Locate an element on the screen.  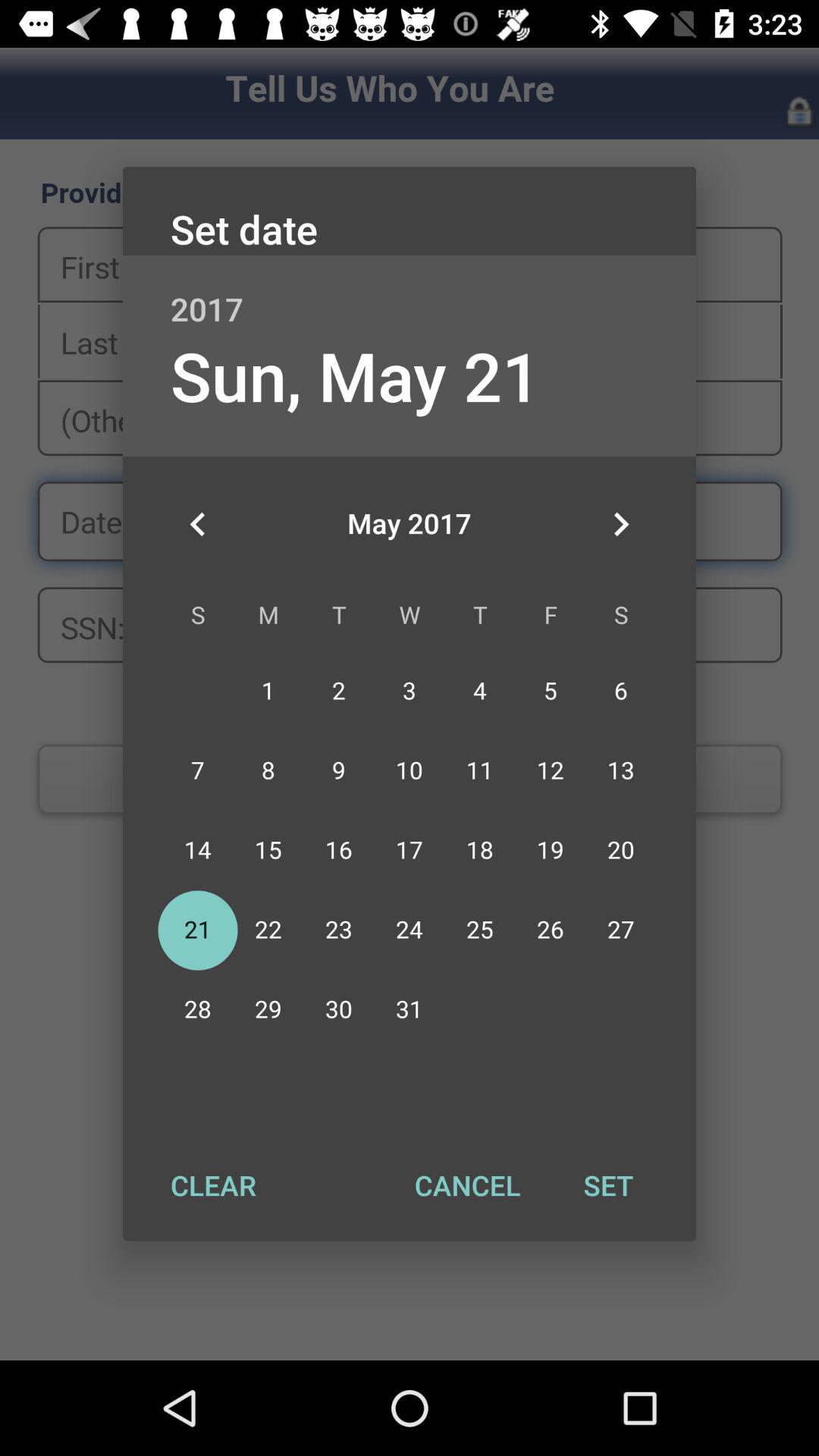
cancel at the bottom is located at coordinates (466, 1185).